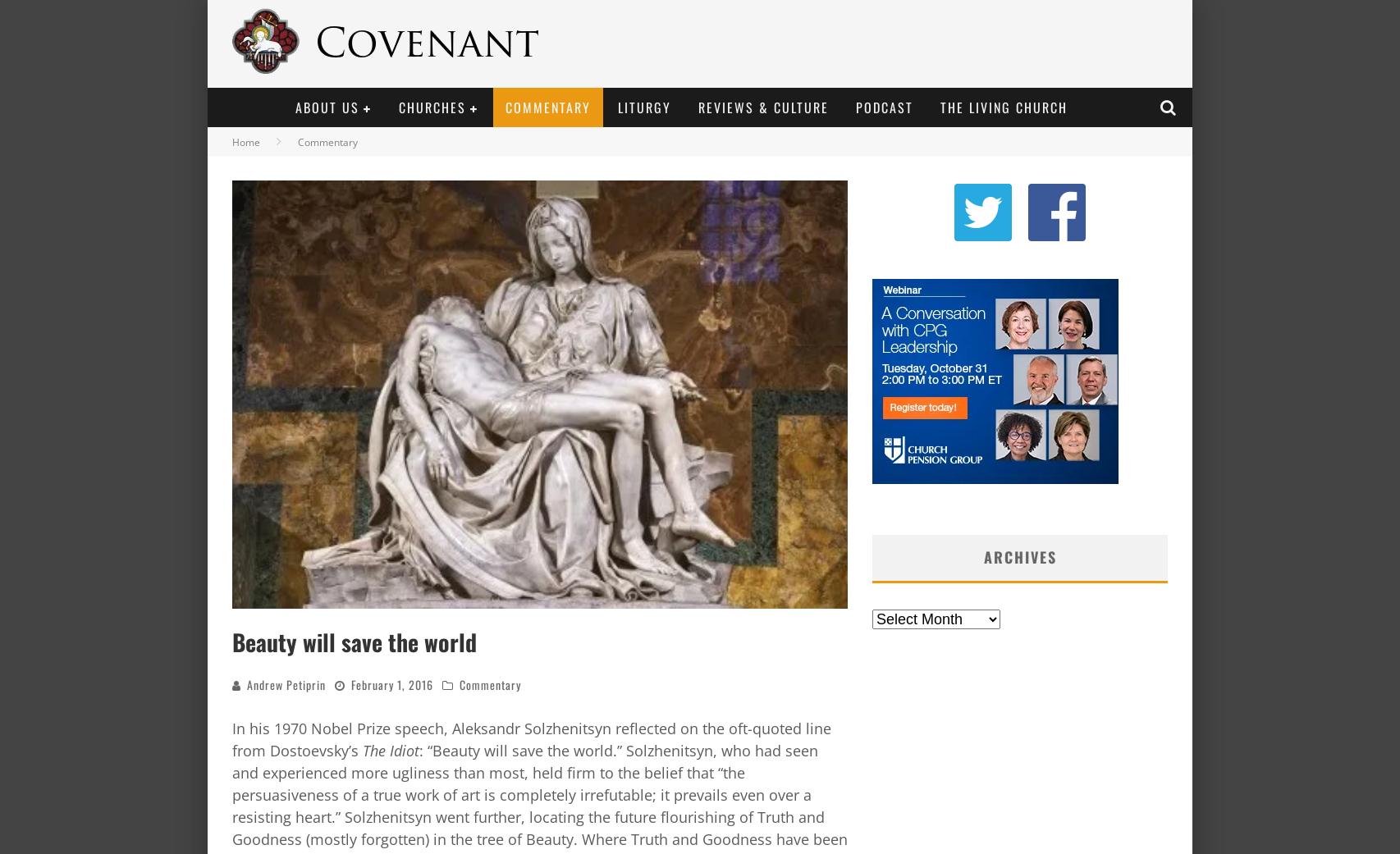  What do you see at coordinates (763, 107) in the screenshot?
I see `'Reviews & Culture'` at bounding box center [763, 107].